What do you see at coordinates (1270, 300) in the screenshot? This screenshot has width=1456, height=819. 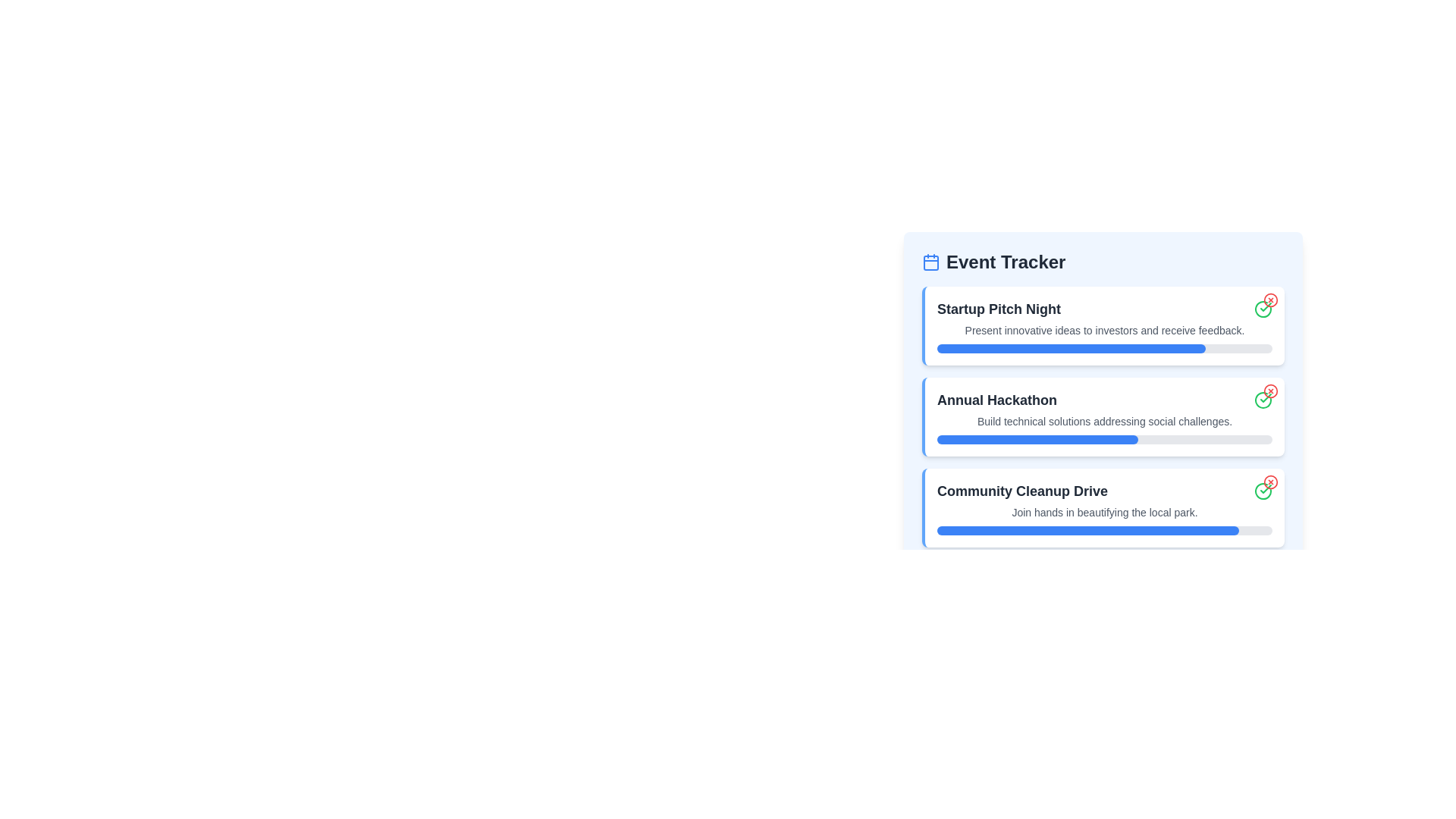 I see `the dismiss button located in the top-right corner of the event card within the 'Event Tracker' section` at bounding box center [1270, 300].